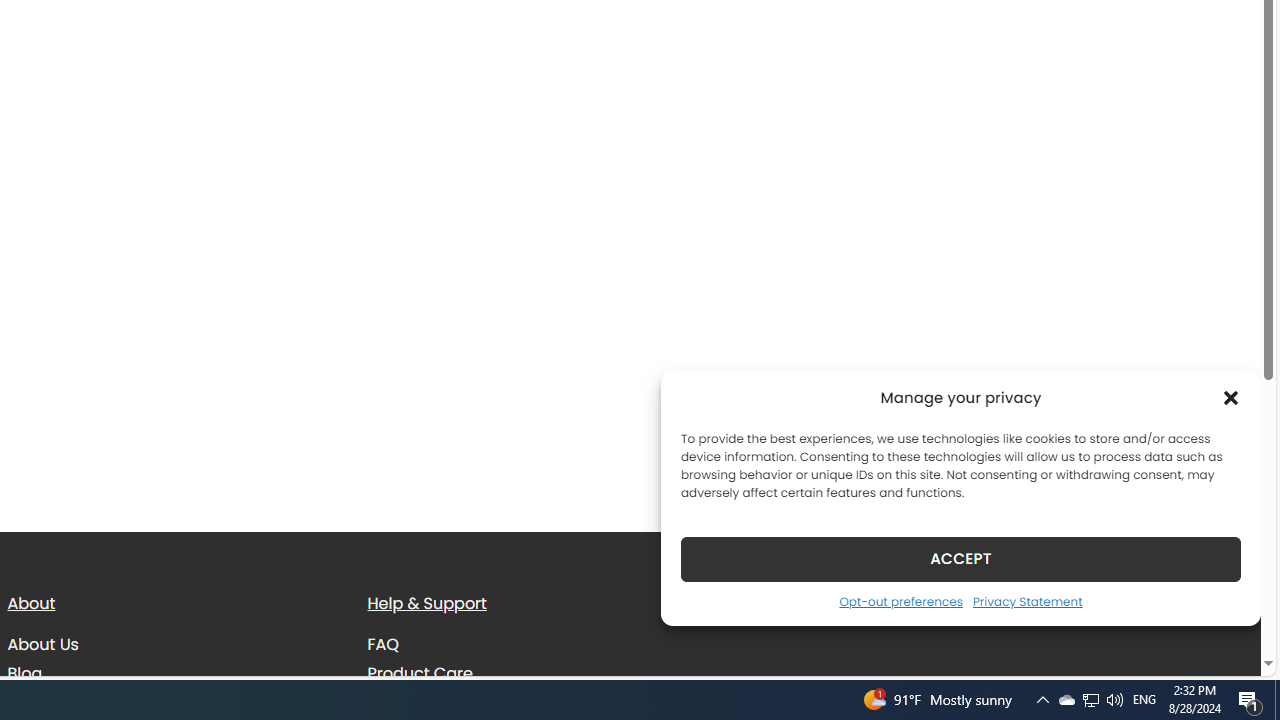 The width and height of the screenshot is (1280, 720). I want to click on 'Opt-out preferences', so click(899, 600).